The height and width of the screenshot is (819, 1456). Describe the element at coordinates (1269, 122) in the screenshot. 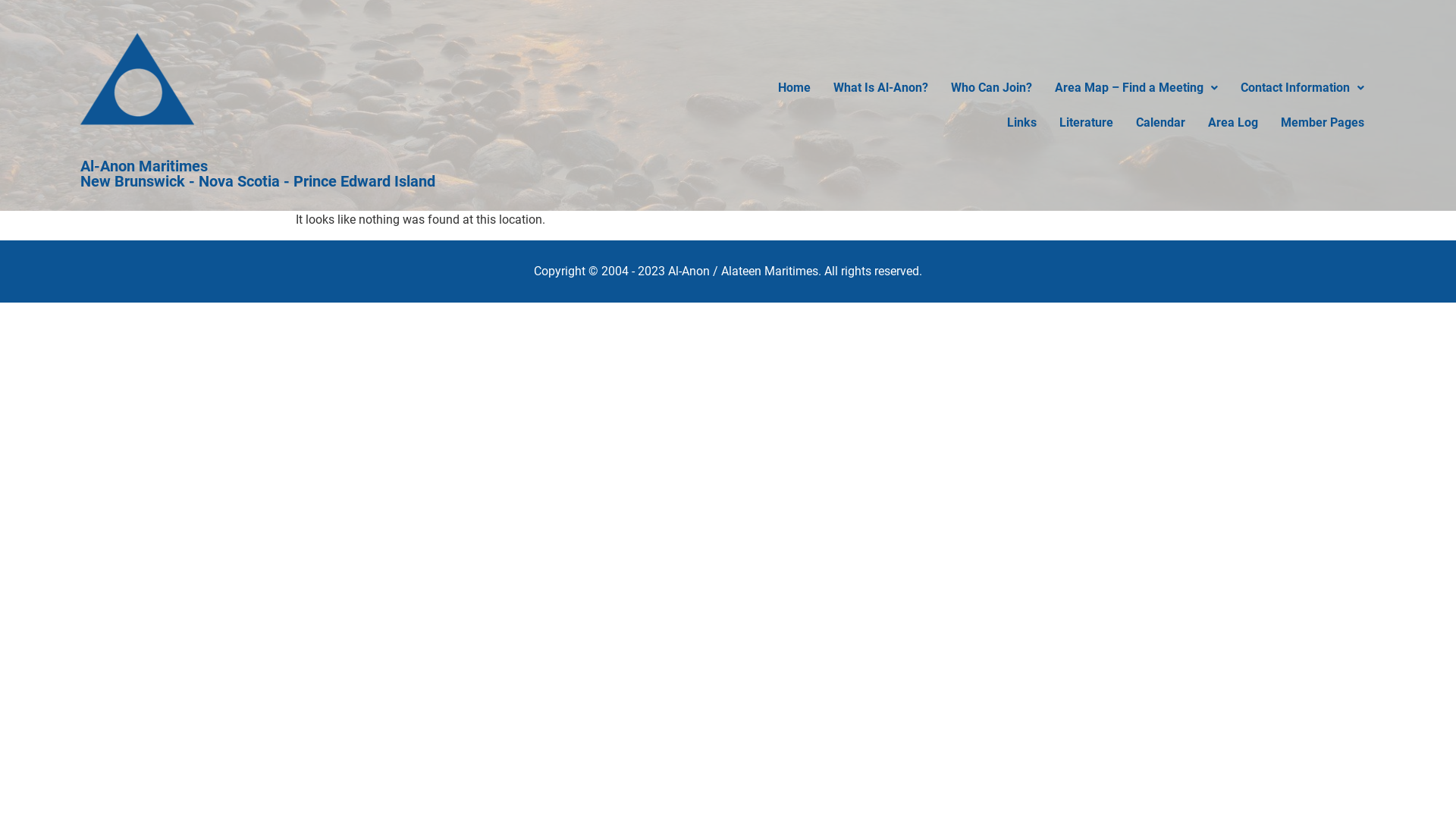

I see `'Member Pages'` at that location.